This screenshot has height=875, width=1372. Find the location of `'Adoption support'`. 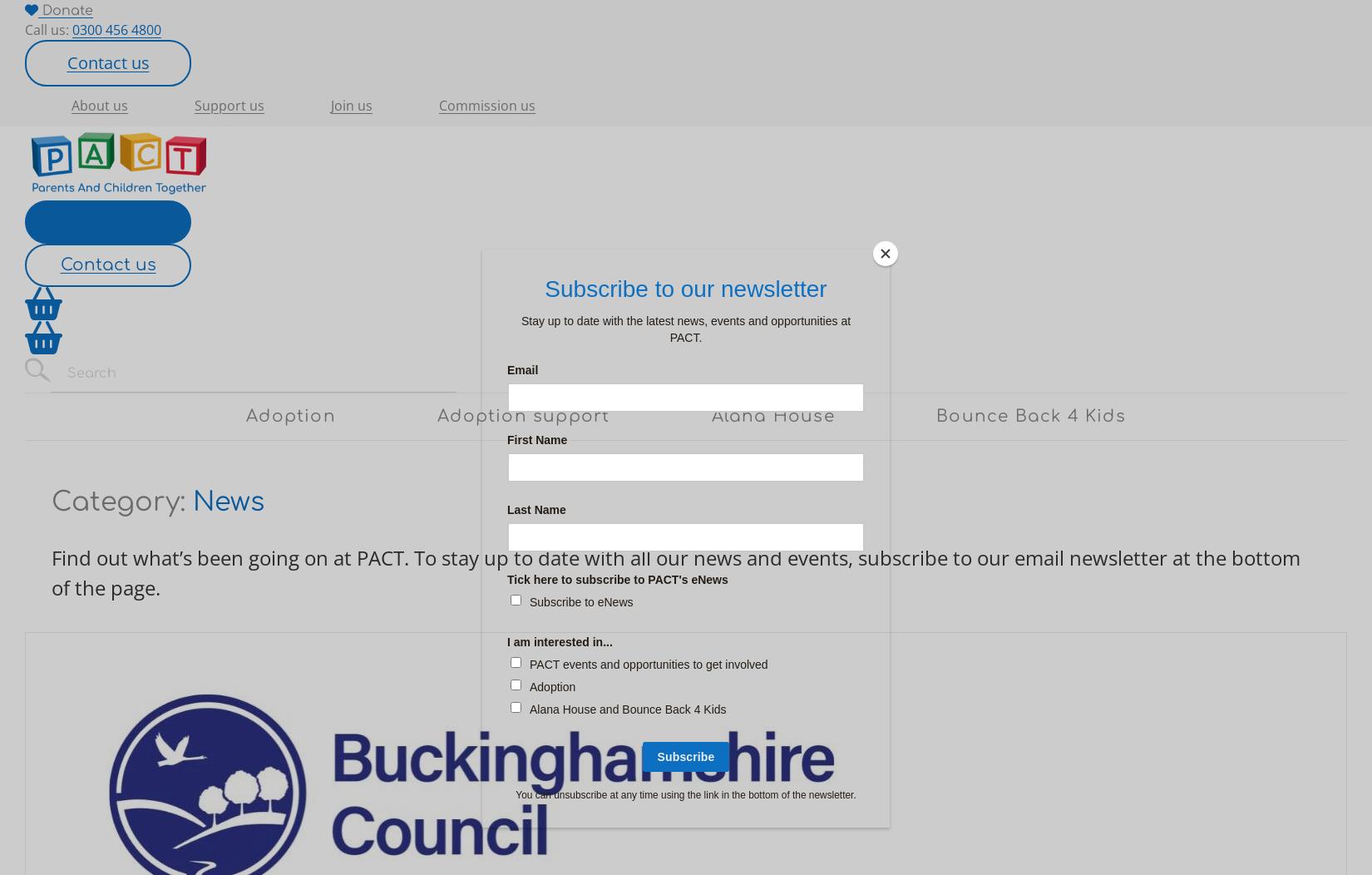

'Adoption support' is located at coordinates (522, 414).